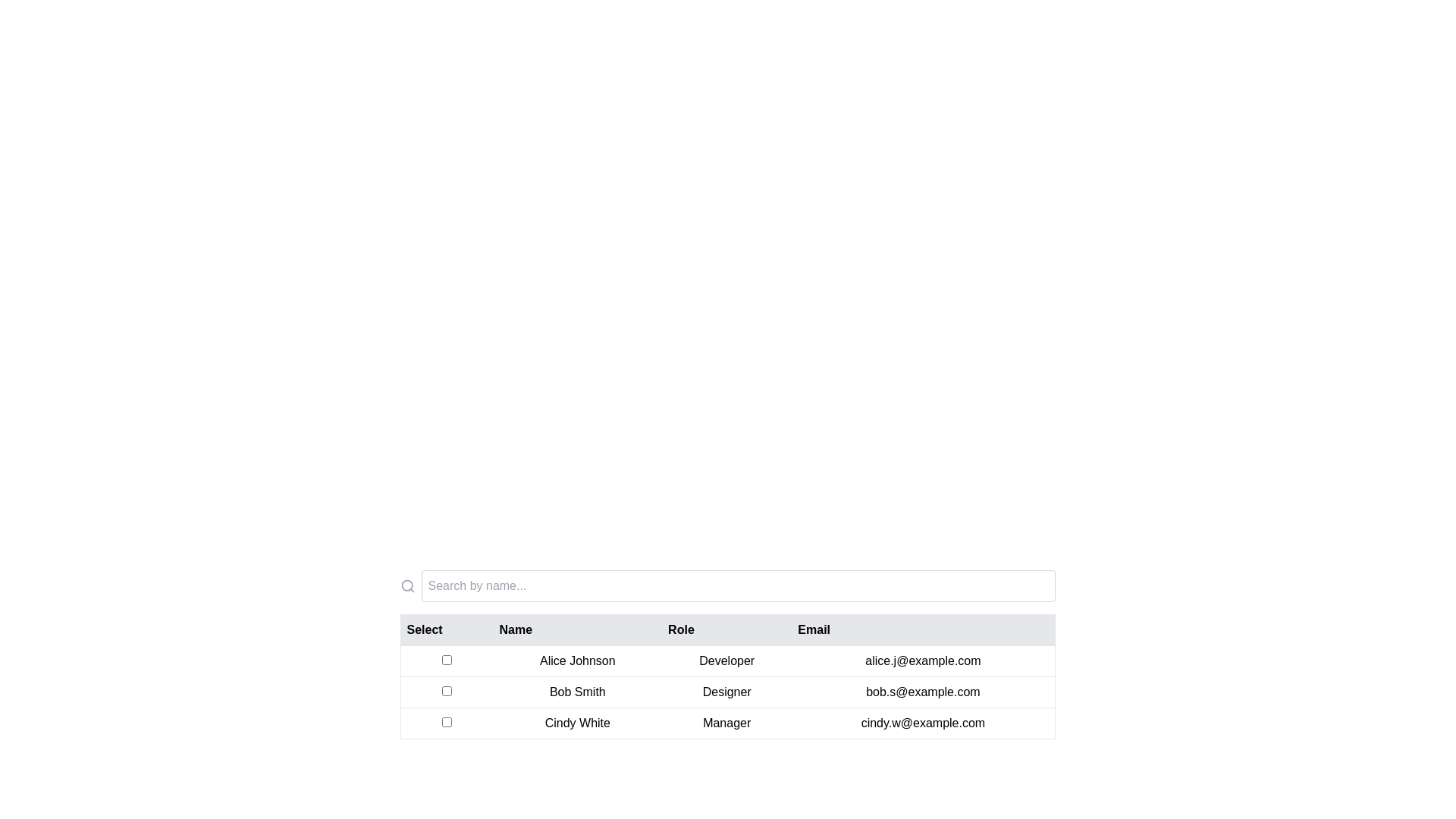 This screenshot has width=1456, height=819. Describe the element at coordinates (922, 660) in the screenshot. I see `the email address 'alice.j@example.com' located in the fourth cell of the 'Email' column in the table` at that location.